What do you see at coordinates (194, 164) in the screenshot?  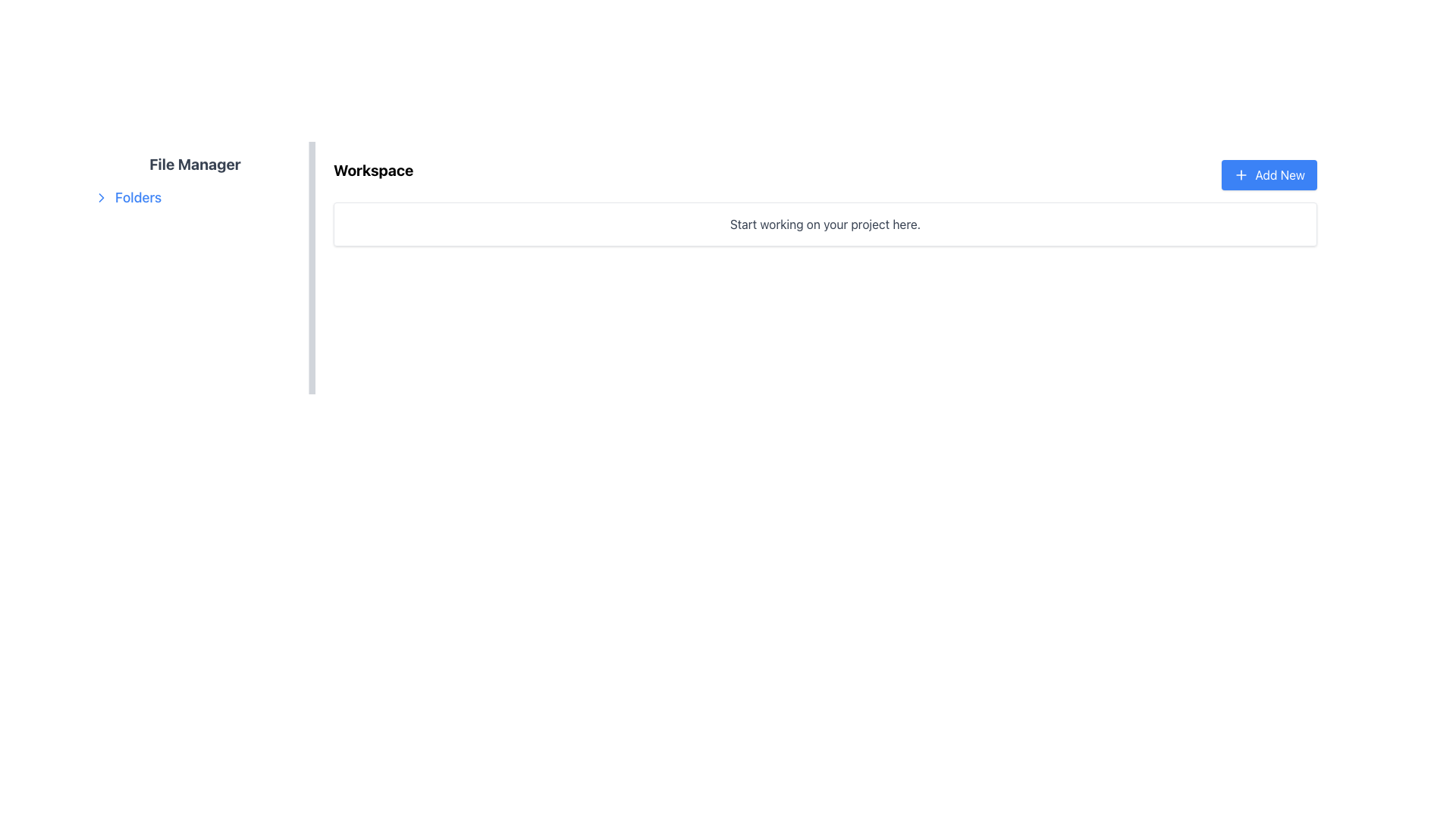 I see `the 'File Manager' text label, which is bold and large, located in the top-left corner of the left-side navigation pane, above the 'Folders' group` at bounding box center [194, 164].